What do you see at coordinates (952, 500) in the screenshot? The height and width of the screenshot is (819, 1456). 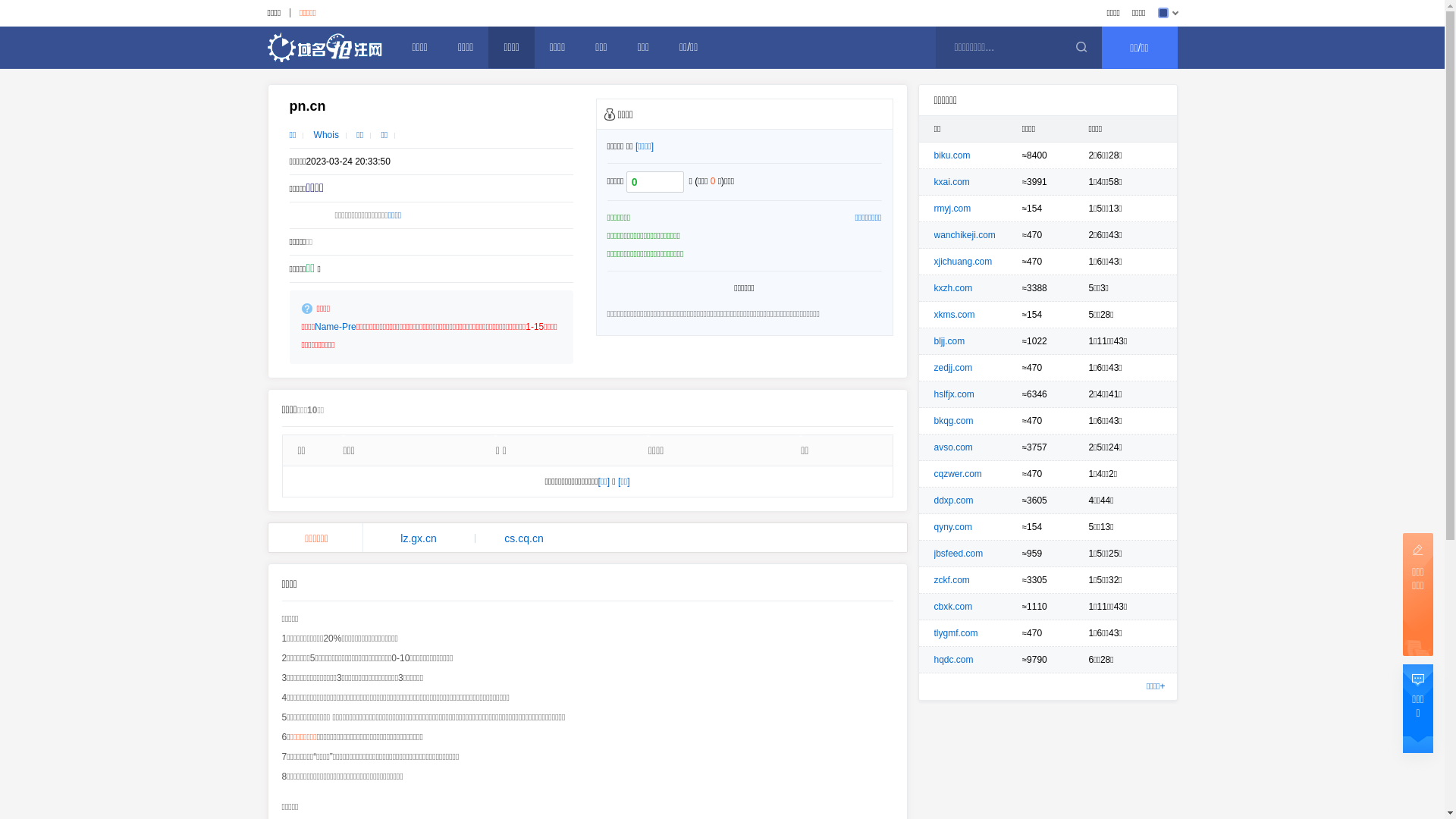 I see `'ddxp.com'` at bounding box center [952, 500].